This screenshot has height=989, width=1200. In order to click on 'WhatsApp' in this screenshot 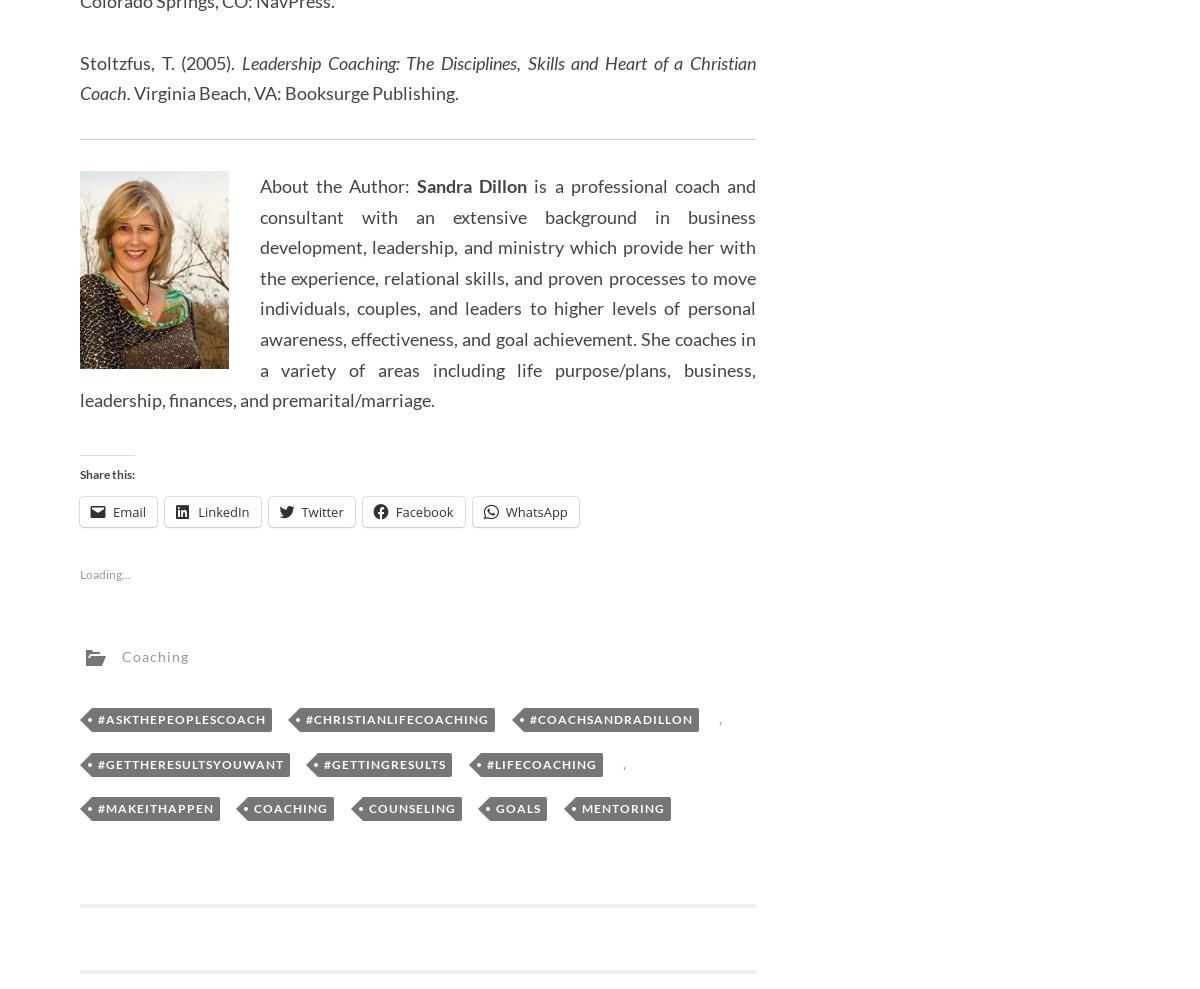, I will do `click(535, 511)`.